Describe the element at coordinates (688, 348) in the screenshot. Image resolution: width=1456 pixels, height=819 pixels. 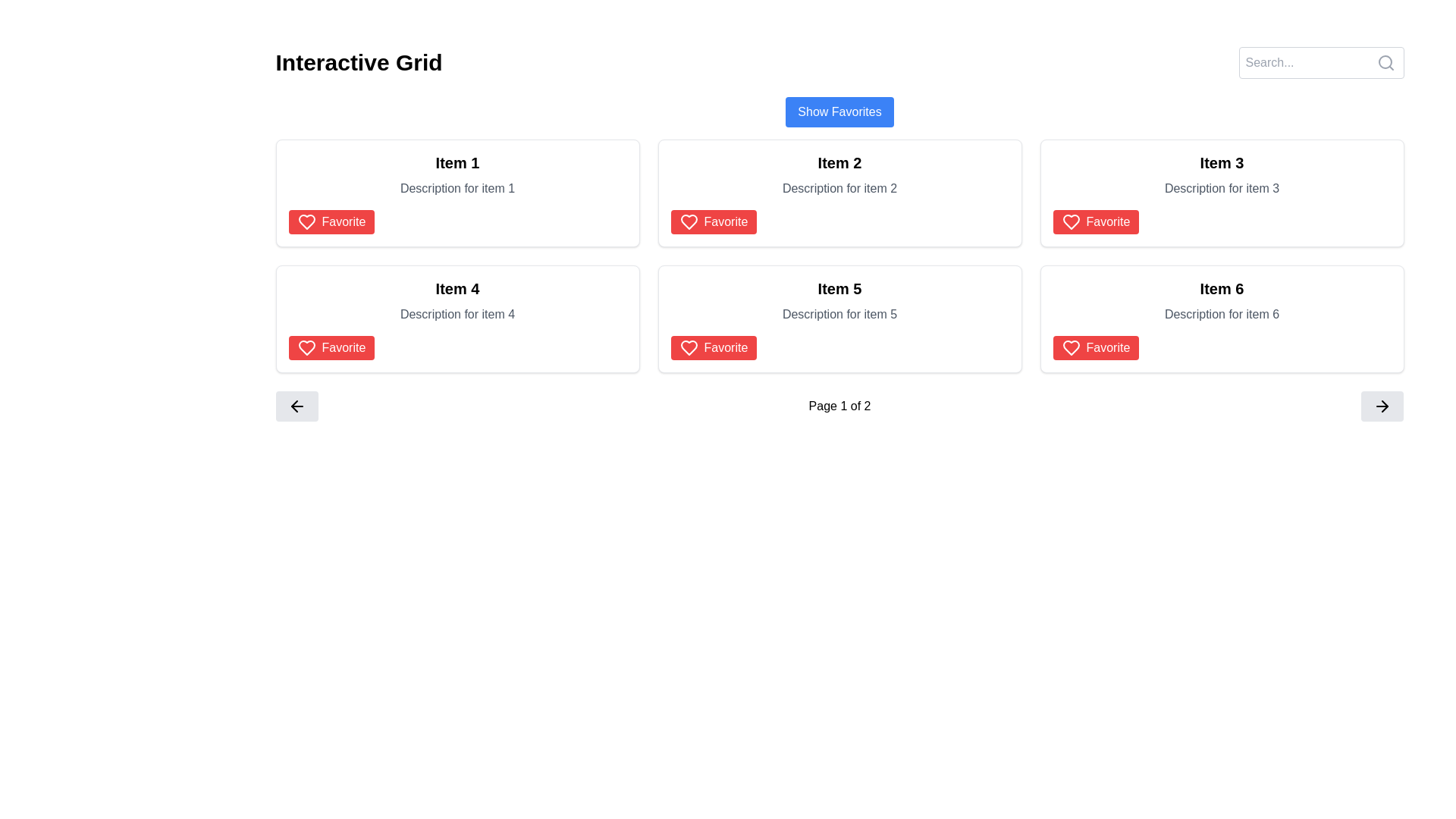
I see `the heart-shaped icon within the 'Favorite' button located at the bottom-left corner of the 'Item 5' card to favorite the item` at that location.